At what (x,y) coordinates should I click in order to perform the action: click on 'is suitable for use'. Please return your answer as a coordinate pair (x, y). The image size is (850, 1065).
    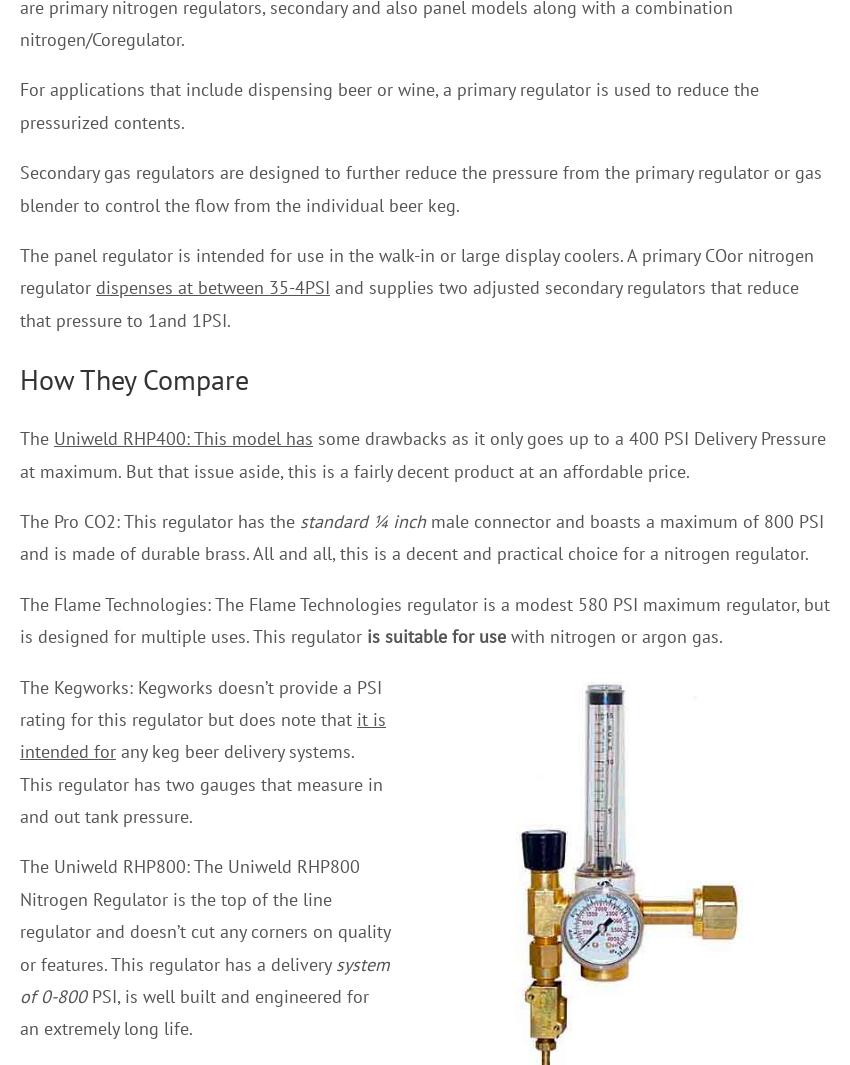
    Looking at the image, I should click on (435, 636).